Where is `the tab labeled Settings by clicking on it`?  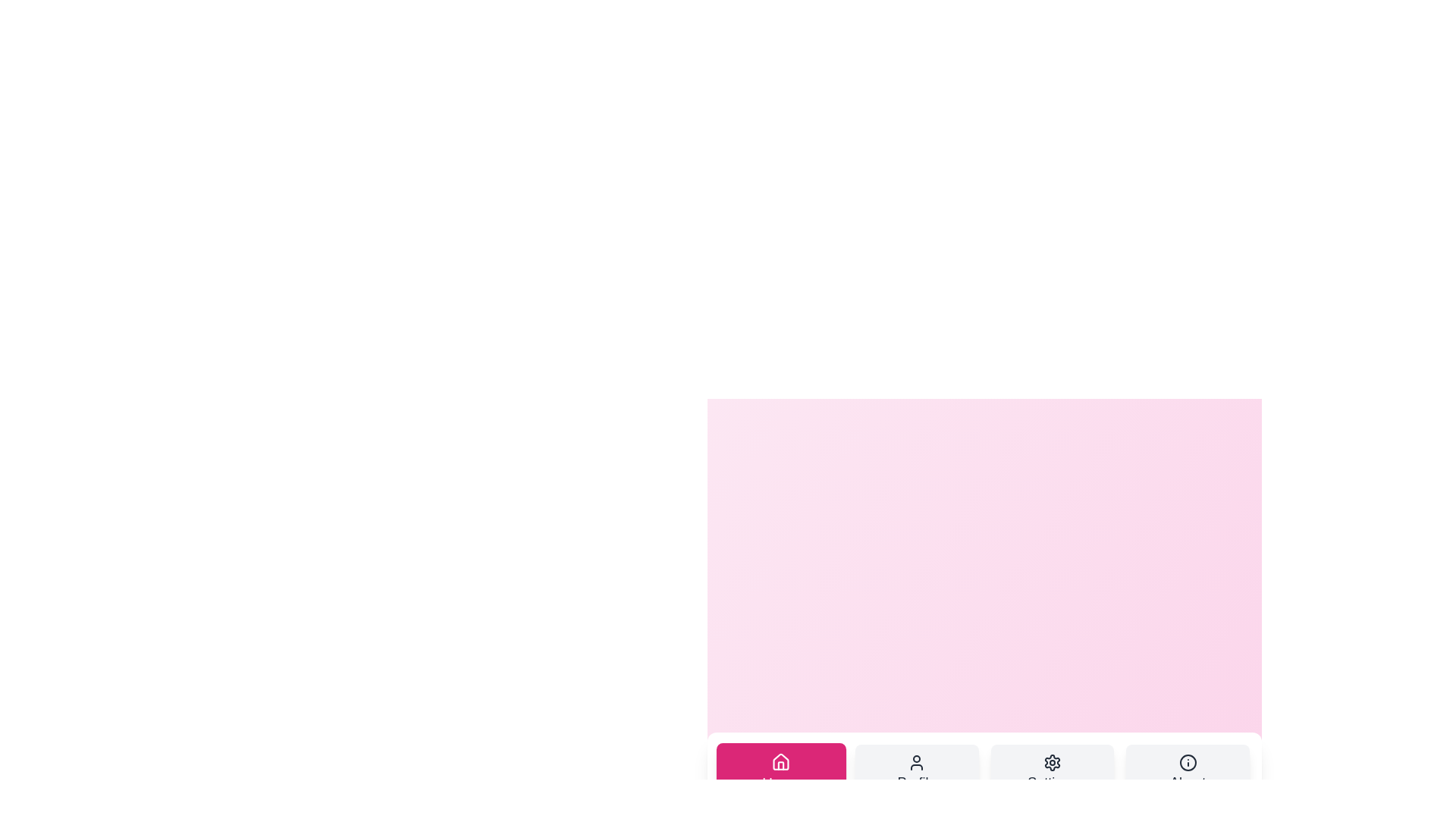 the tab labeled Settings by clicking on it is located at coordinates (1051, 773).